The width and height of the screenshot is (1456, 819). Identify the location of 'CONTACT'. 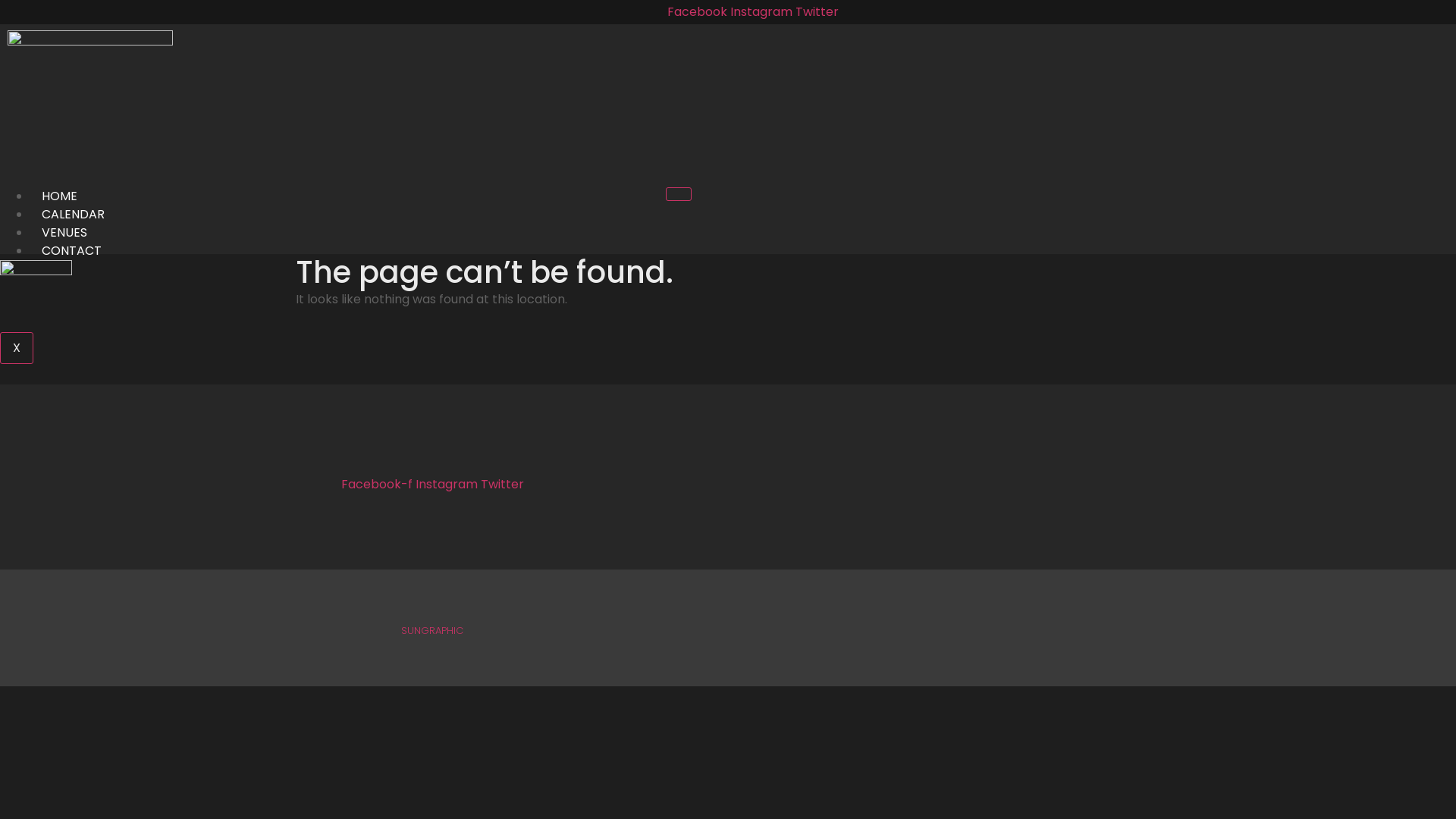
(71, 249).